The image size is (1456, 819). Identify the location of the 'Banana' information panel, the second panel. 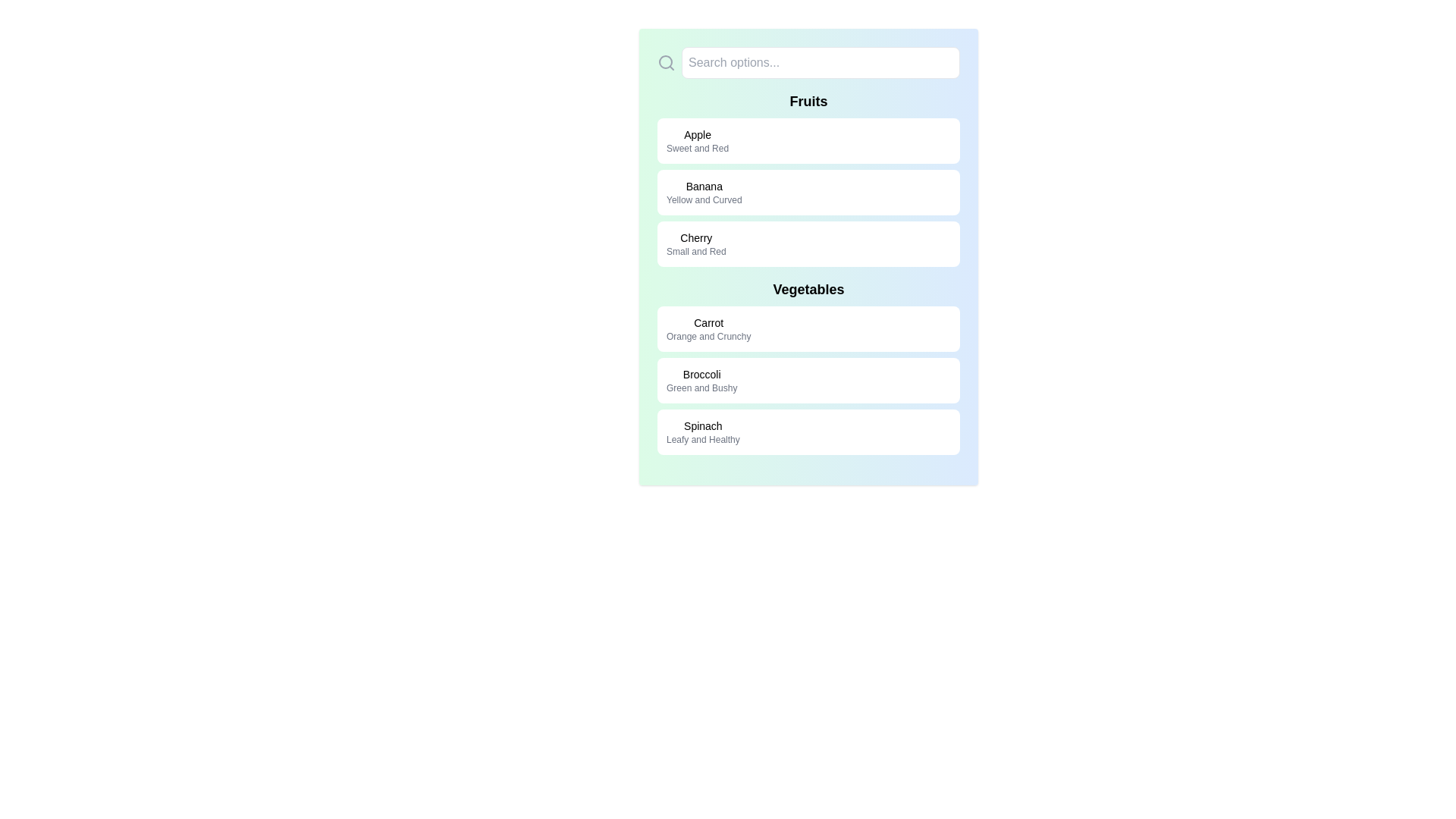
(808, 192).